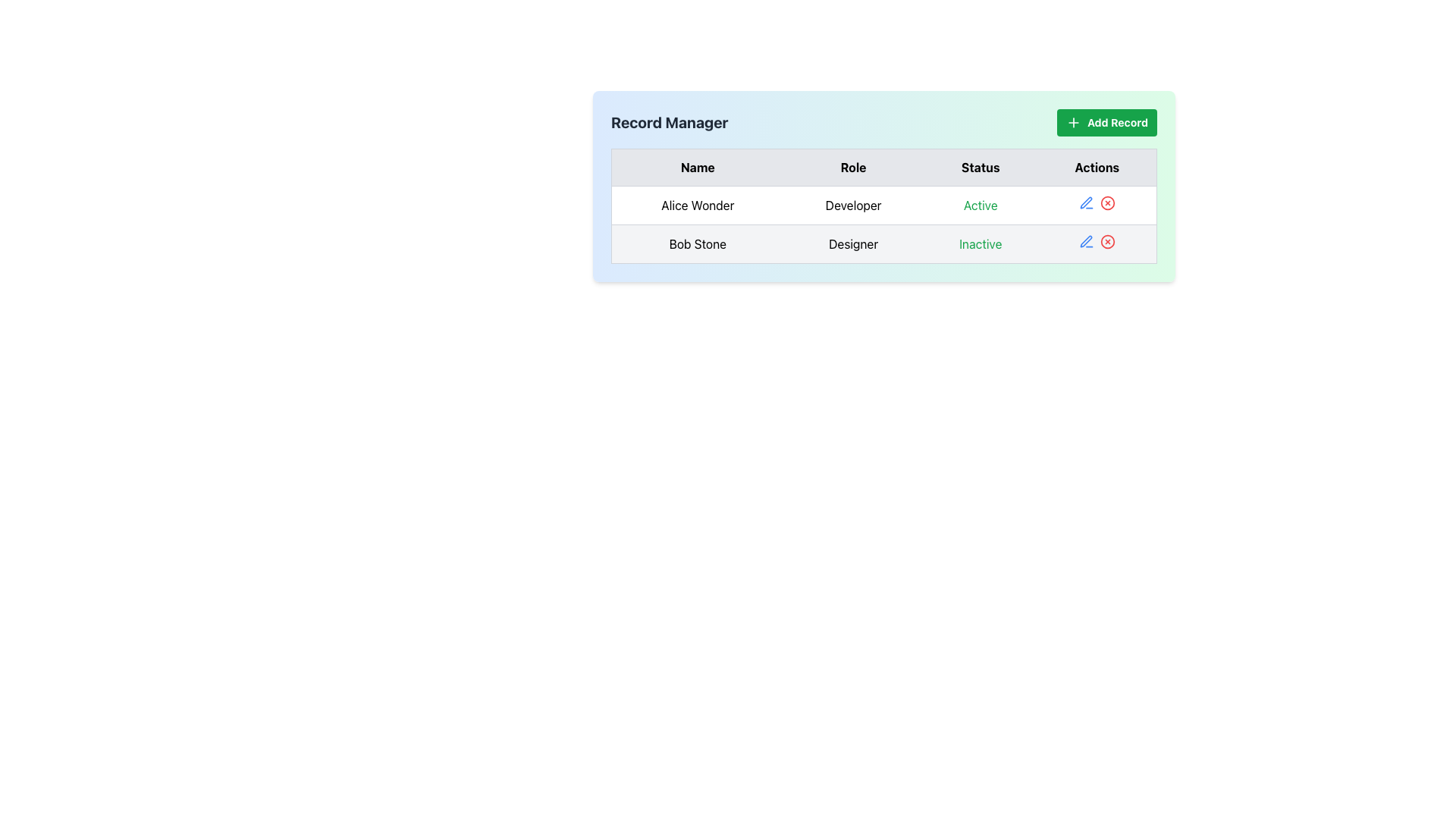 Image resolution: width=1456 pixels, height=819 pixels. Describe the element at coordinates (1097, 205) in the screenshot. I see `the edit icon in the Table Action Cell located in the 'Actions' column of the first row, which contains icons for editing and deleting the entry for 'Alice Wonder'` at that location.